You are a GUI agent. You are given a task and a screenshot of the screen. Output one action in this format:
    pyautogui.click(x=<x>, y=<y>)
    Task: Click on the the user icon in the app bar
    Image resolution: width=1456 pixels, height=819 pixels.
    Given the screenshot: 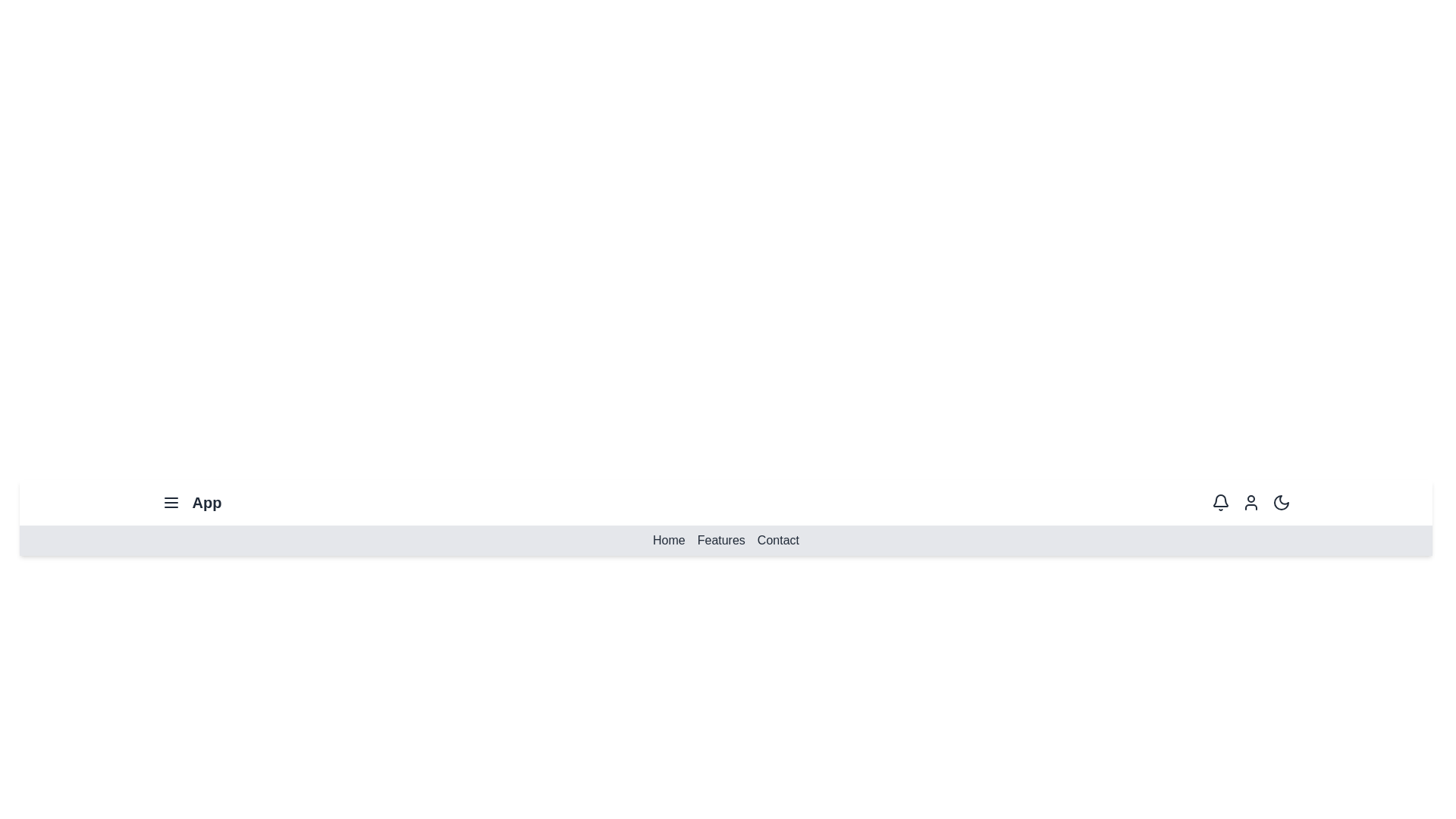 What is the action you would take?
    pyautogui.click(x=1250, y=503)
    